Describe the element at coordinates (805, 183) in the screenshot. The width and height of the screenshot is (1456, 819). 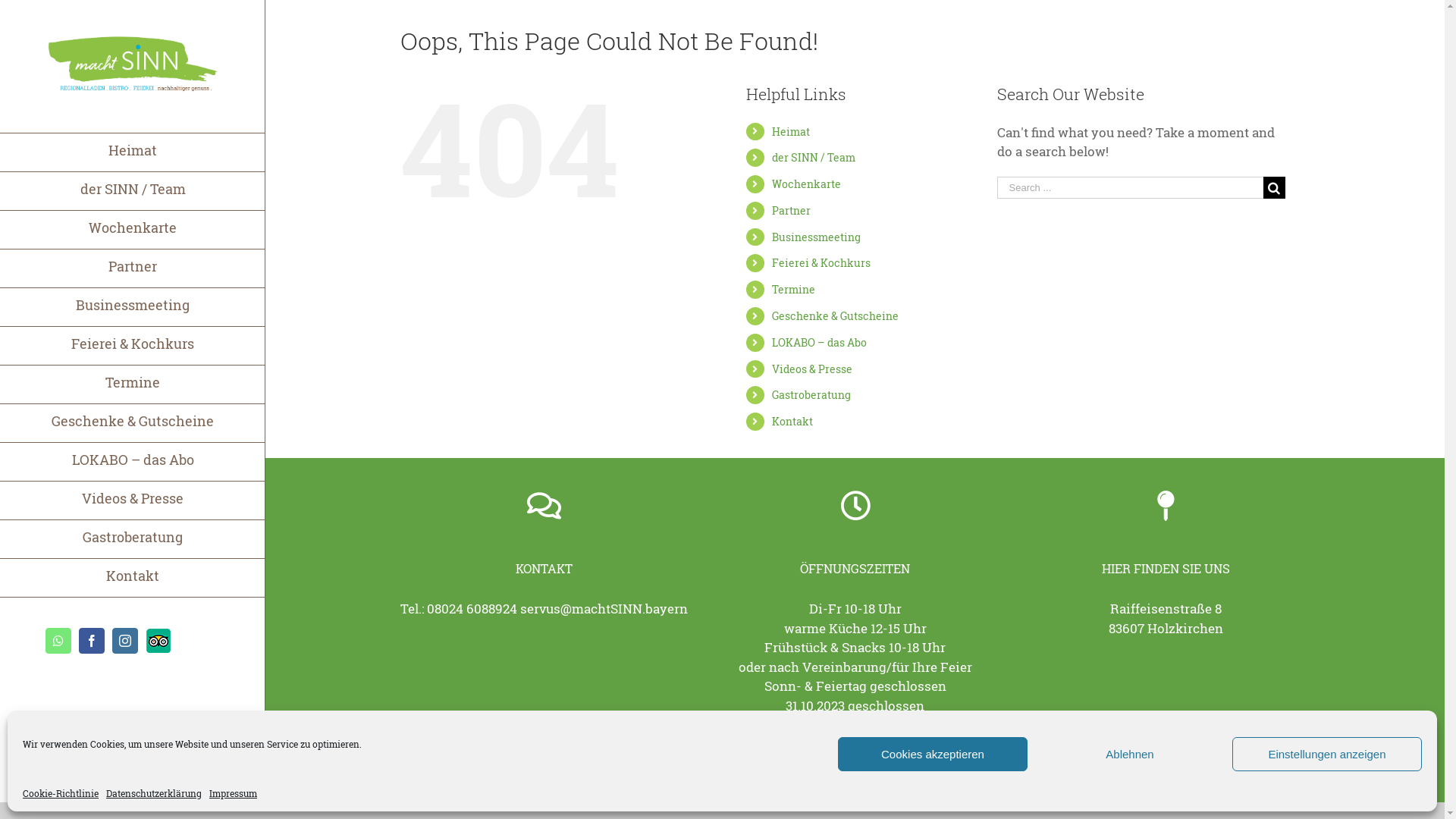
I see `'Wochenkarte'` at that location.